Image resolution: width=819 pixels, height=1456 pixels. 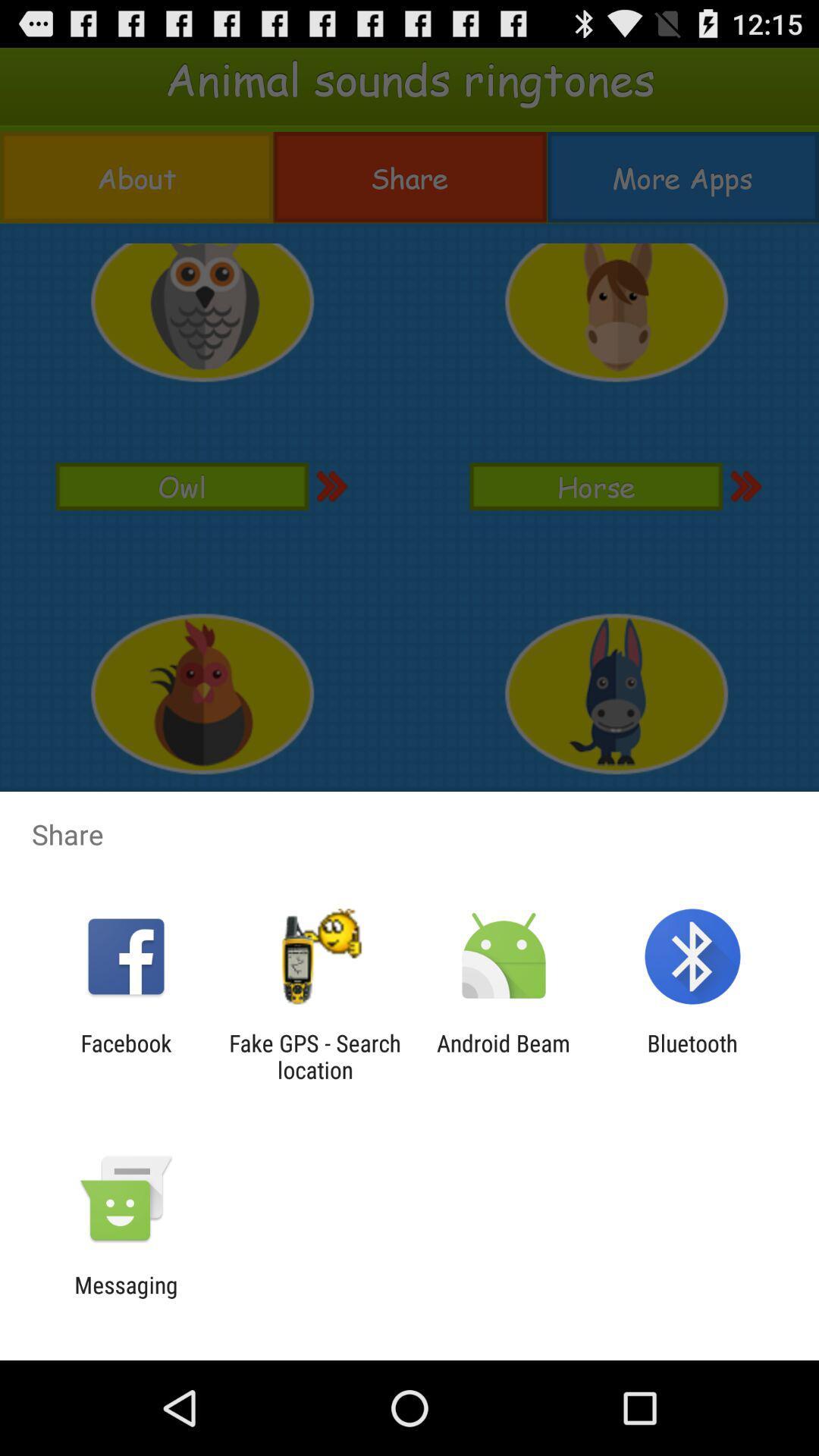 What do you see at coordinates (314, 1056) in the screenshot?
I see `app next to android beam app` at bounding box center [314, 1056].